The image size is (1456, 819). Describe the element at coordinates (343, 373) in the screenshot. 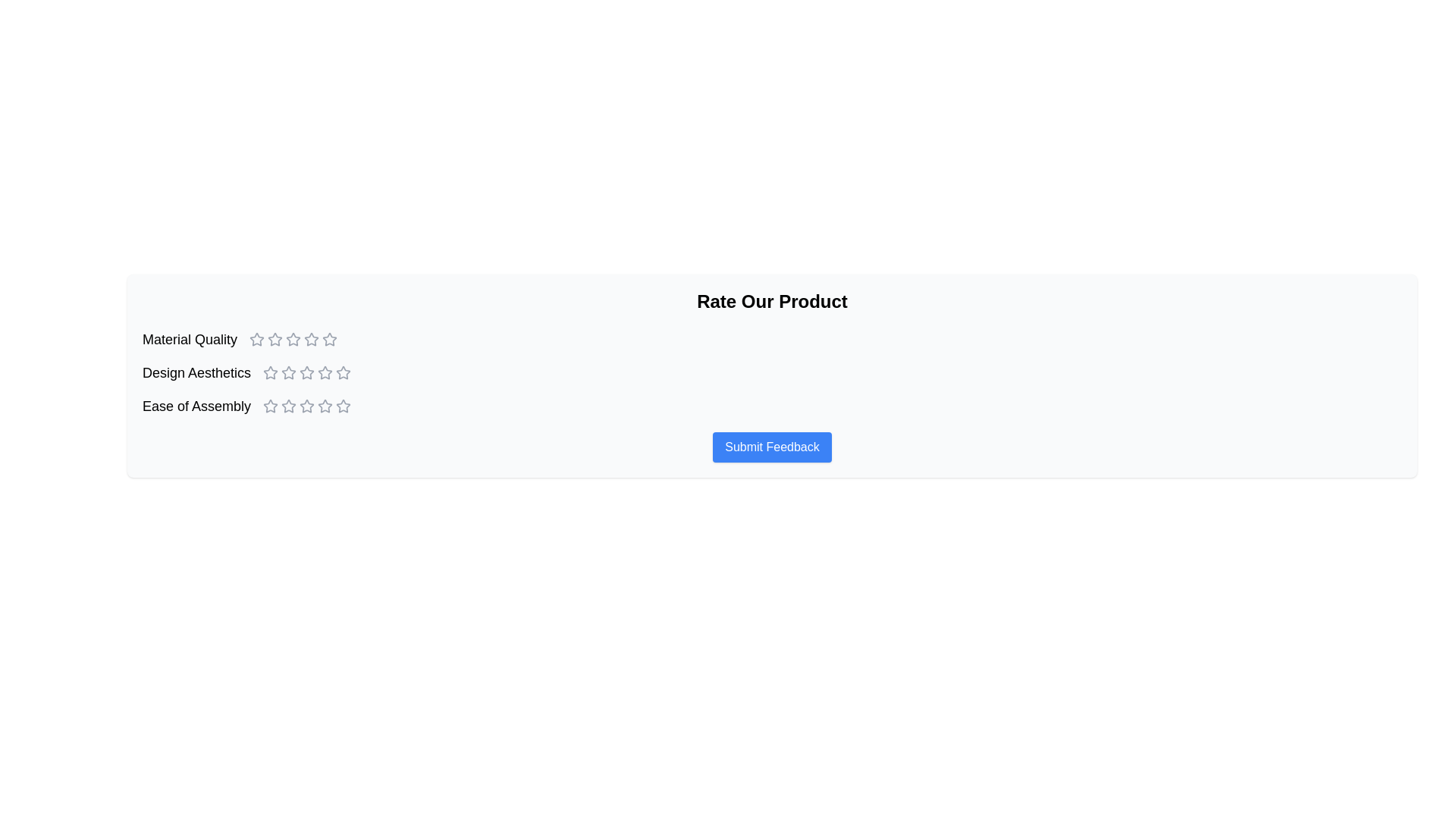

I see `the fifth star icon in the rating system for 'Design Aesthetics'` at that location.